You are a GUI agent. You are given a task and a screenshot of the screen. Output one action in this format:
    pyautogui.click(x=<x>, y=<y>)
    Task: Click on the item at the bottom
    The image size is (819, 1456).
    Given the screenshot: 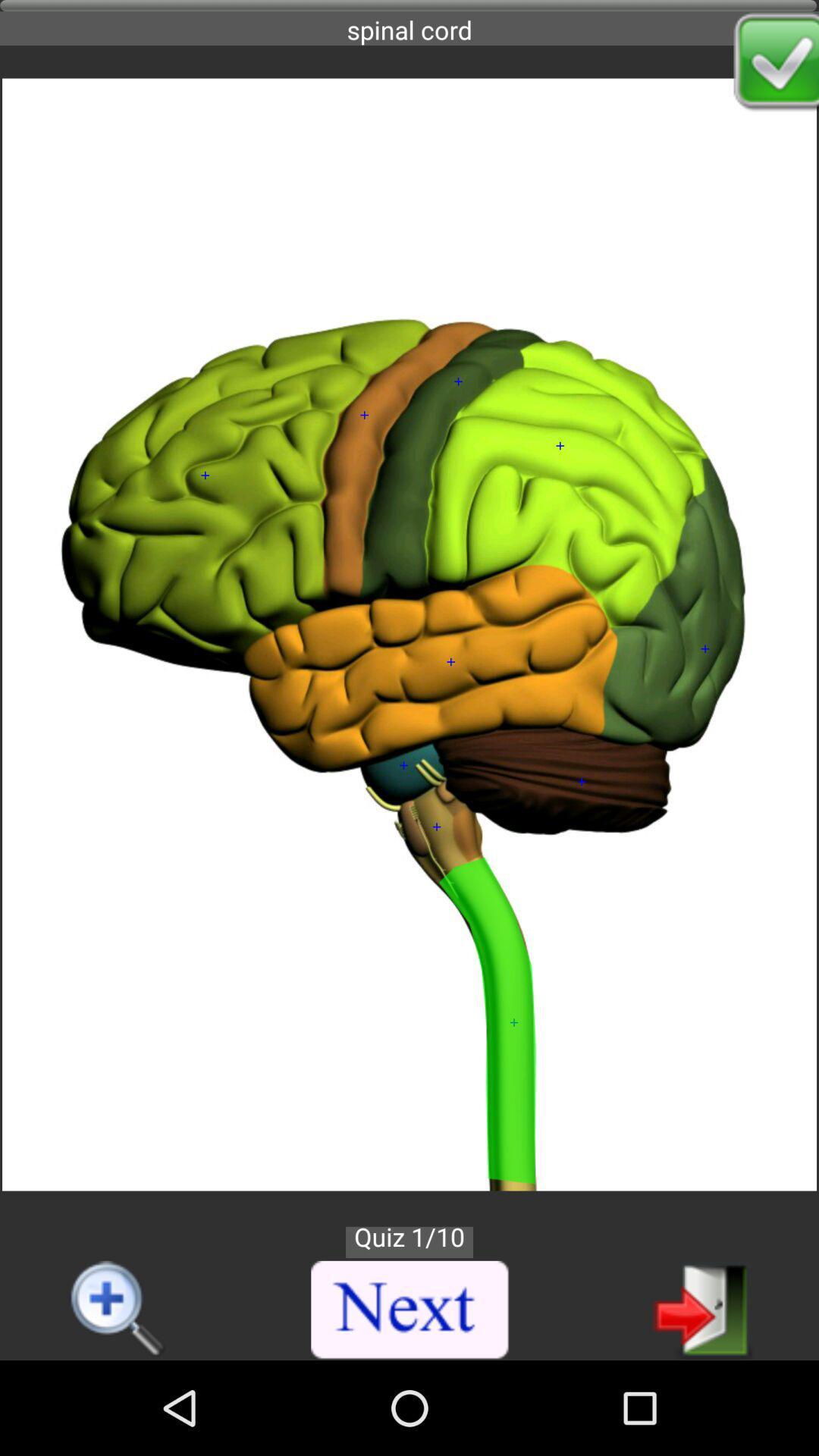 What is the action you would take?
    pyautogui.click(x=410, y=1310)
    